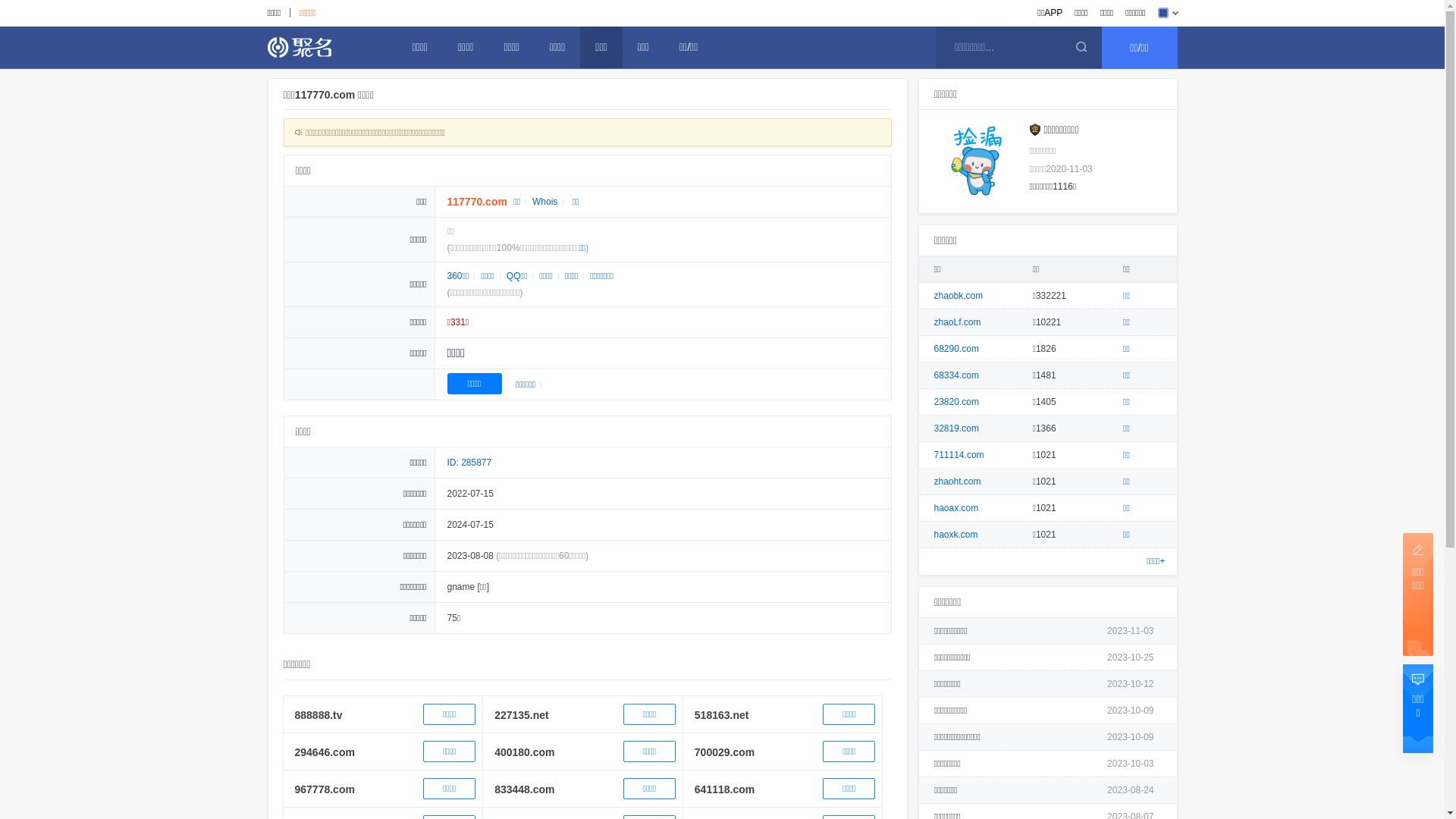 The height and width of the screenshot is (819, 1456). Describe the element at coordinates (934, 482) in the screenshot. I see `'zhaoht.com'` at that location.